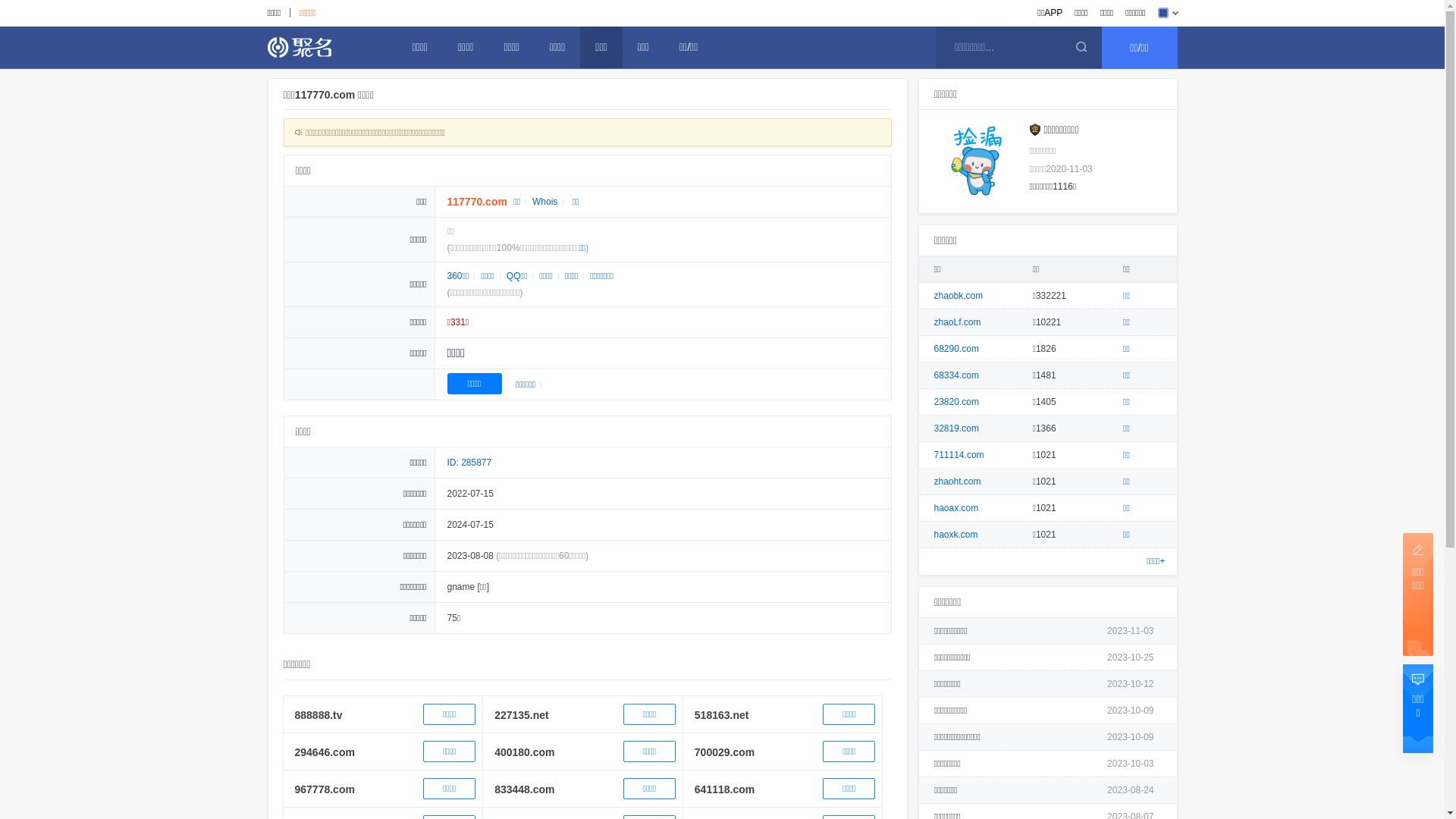 The height and width of the screenshot is (819, 1456). Describe the element at coordinates (934, 482) in the screenshot. I see `'zhaoht.com'` at that location.